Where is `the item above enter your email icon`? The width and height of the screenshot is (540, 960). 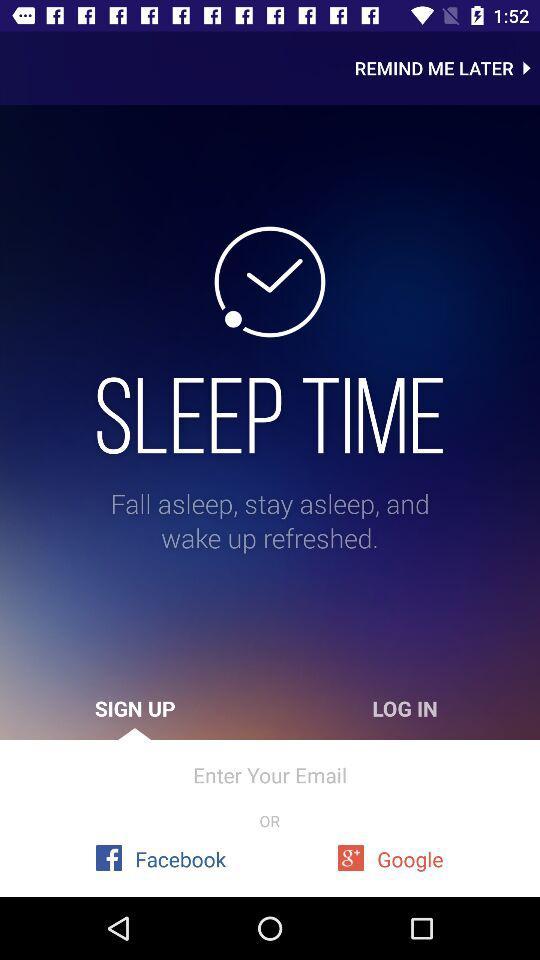 the item above enter your email icon is located at coordinates (135, 708).